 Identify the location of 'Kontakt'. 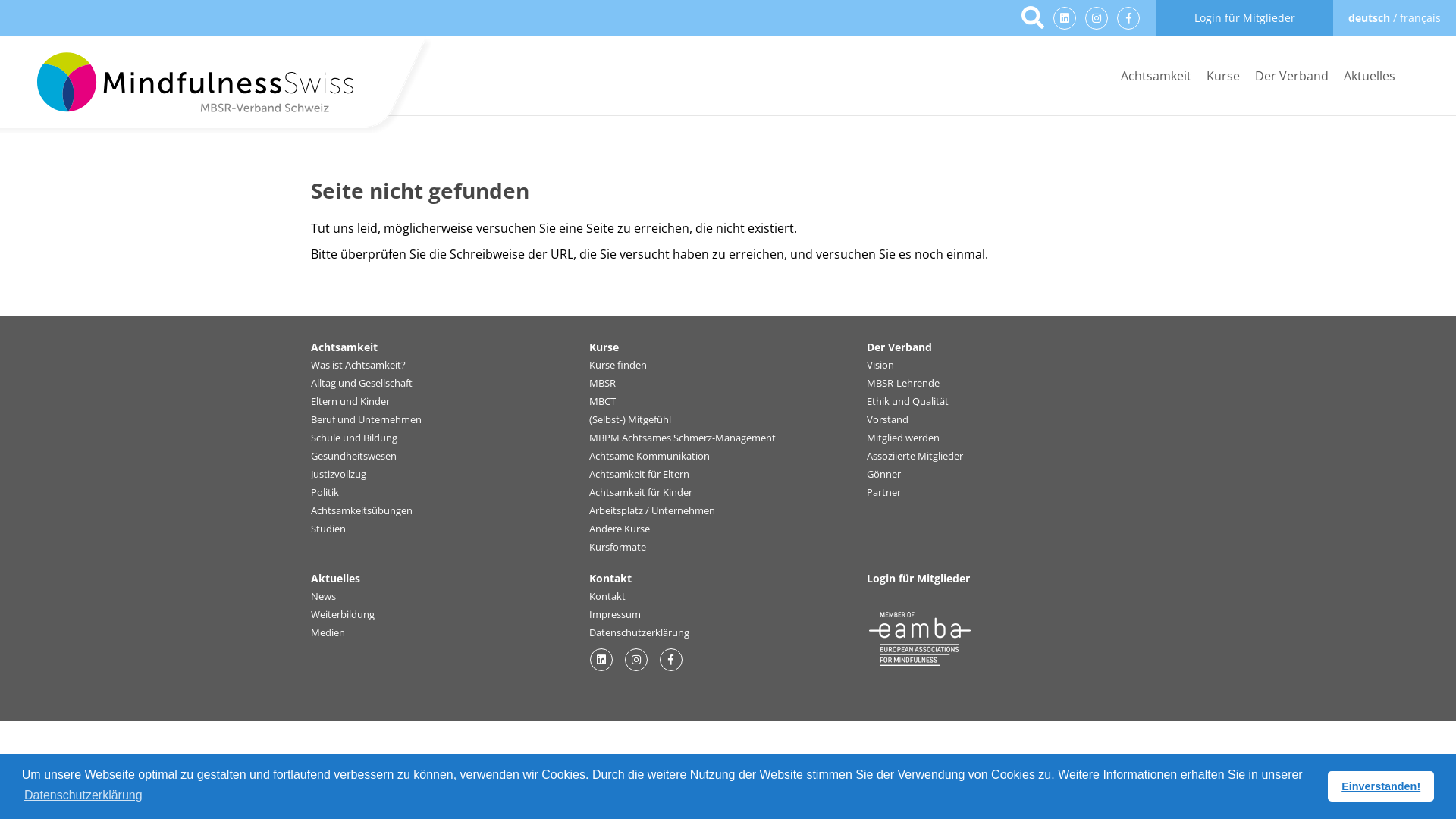
(588, 595).